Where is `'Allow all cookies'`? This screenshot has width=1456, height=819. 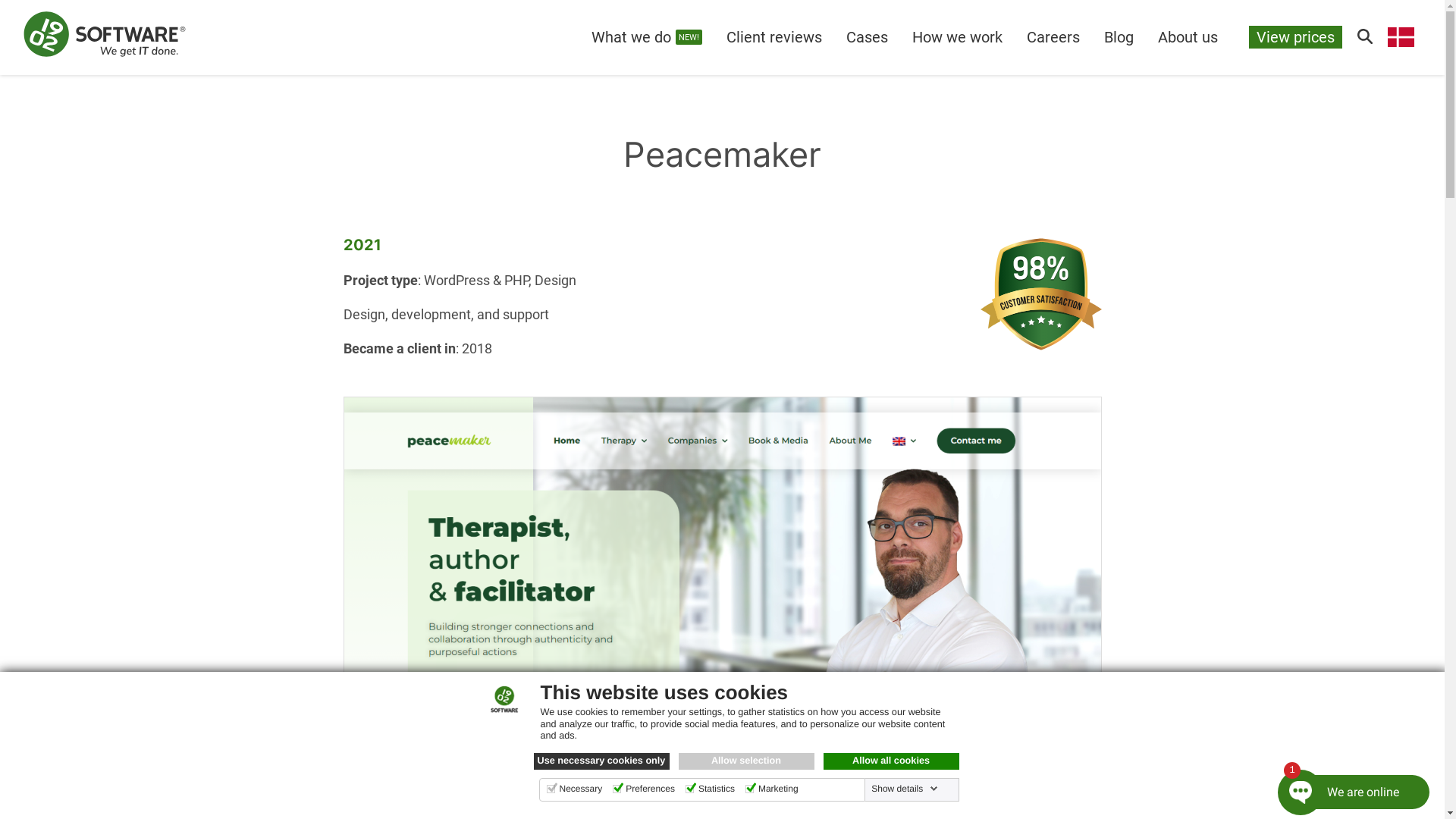
'Allow all cookies' is located at coordinates (891, 761).